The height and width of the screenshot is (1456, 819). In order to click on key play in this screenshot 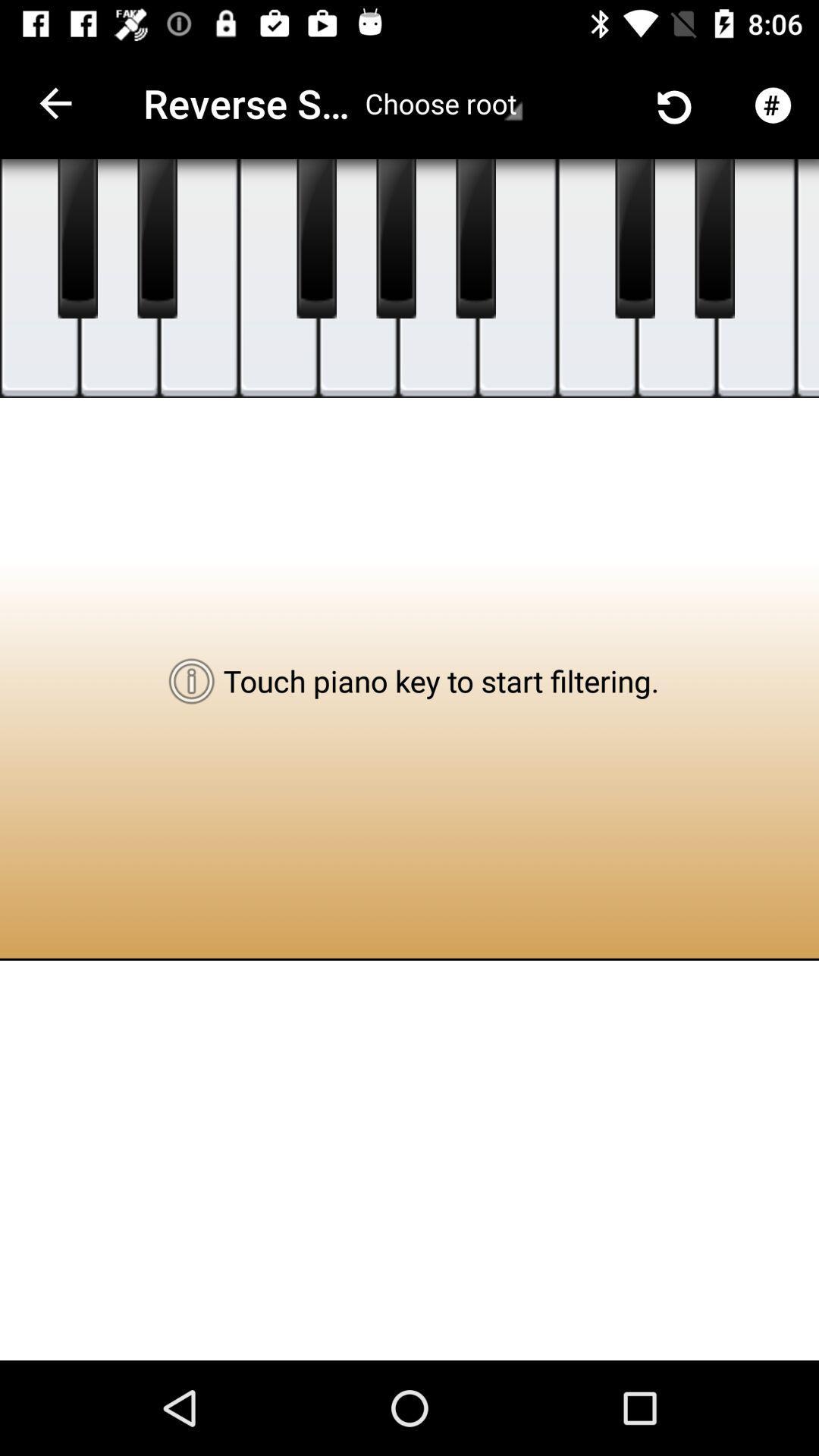, I will do `click(438, 278)`.